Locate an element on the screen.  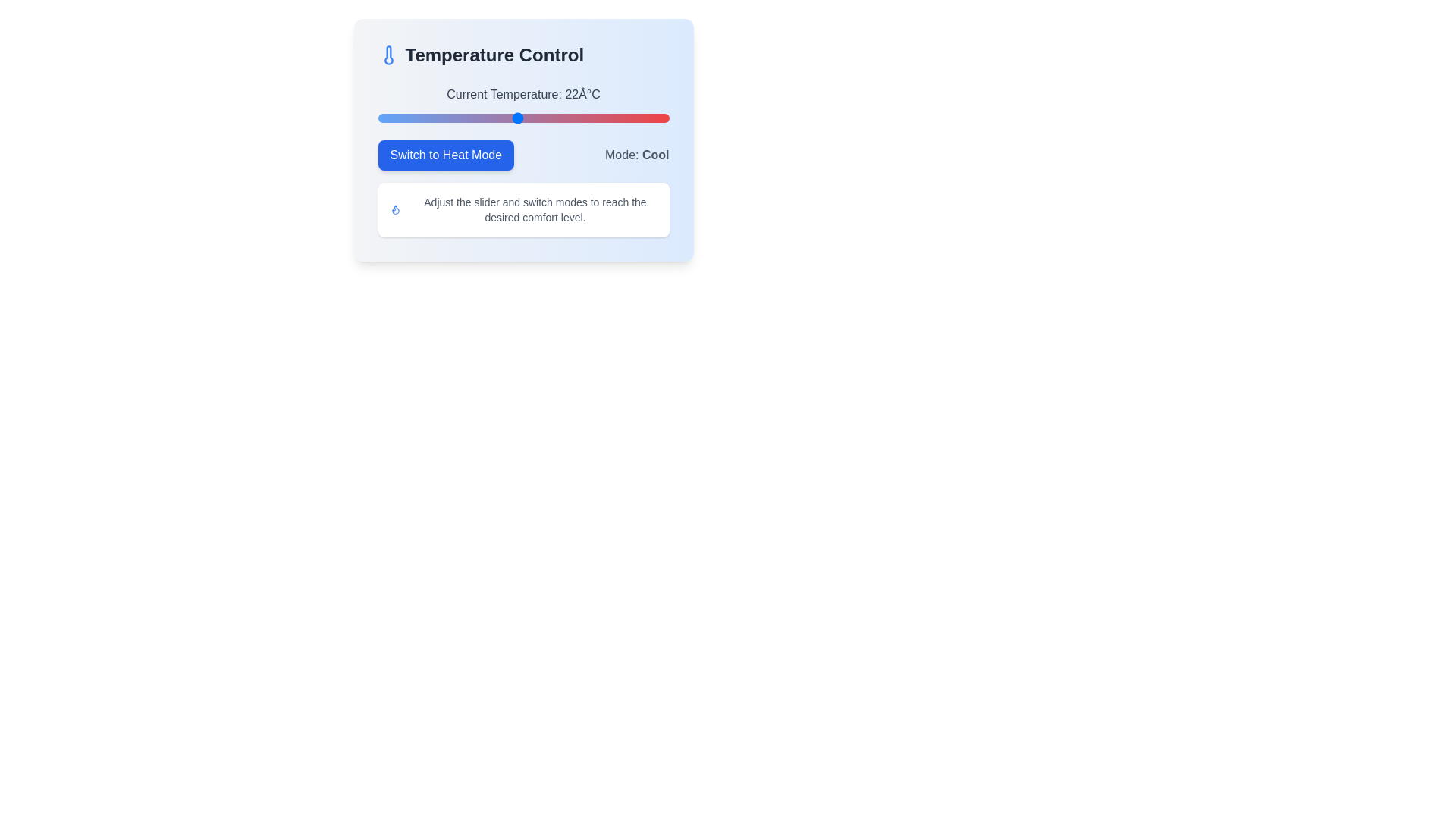
the temperature slider to set the value to 17°C is located at coordinates (458, 117).